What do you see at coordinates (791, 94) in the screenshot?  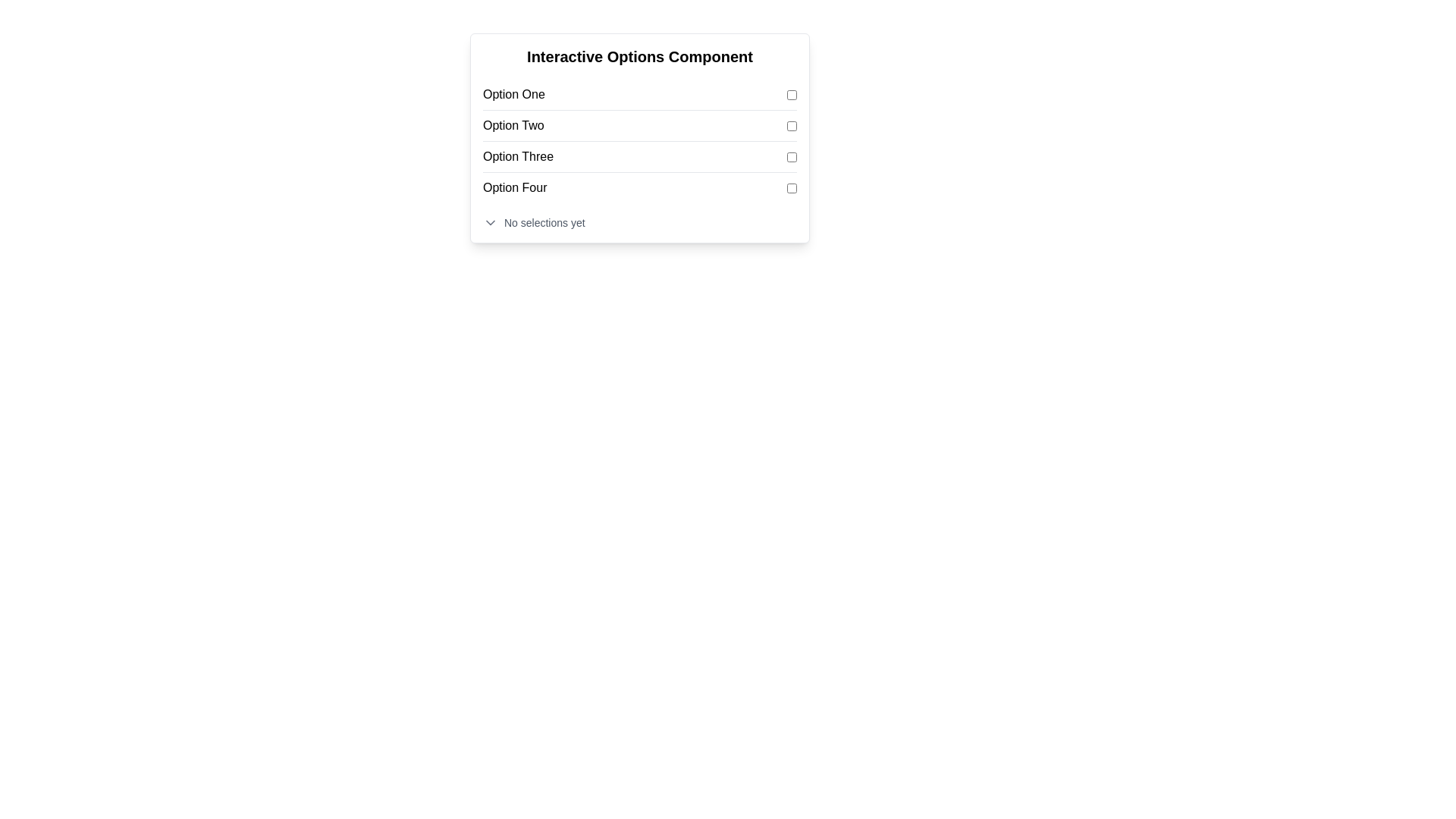 I see `the checkbox located to the far-right of the text 'Option One' in the vertical list` at bounding box center [791, 94].